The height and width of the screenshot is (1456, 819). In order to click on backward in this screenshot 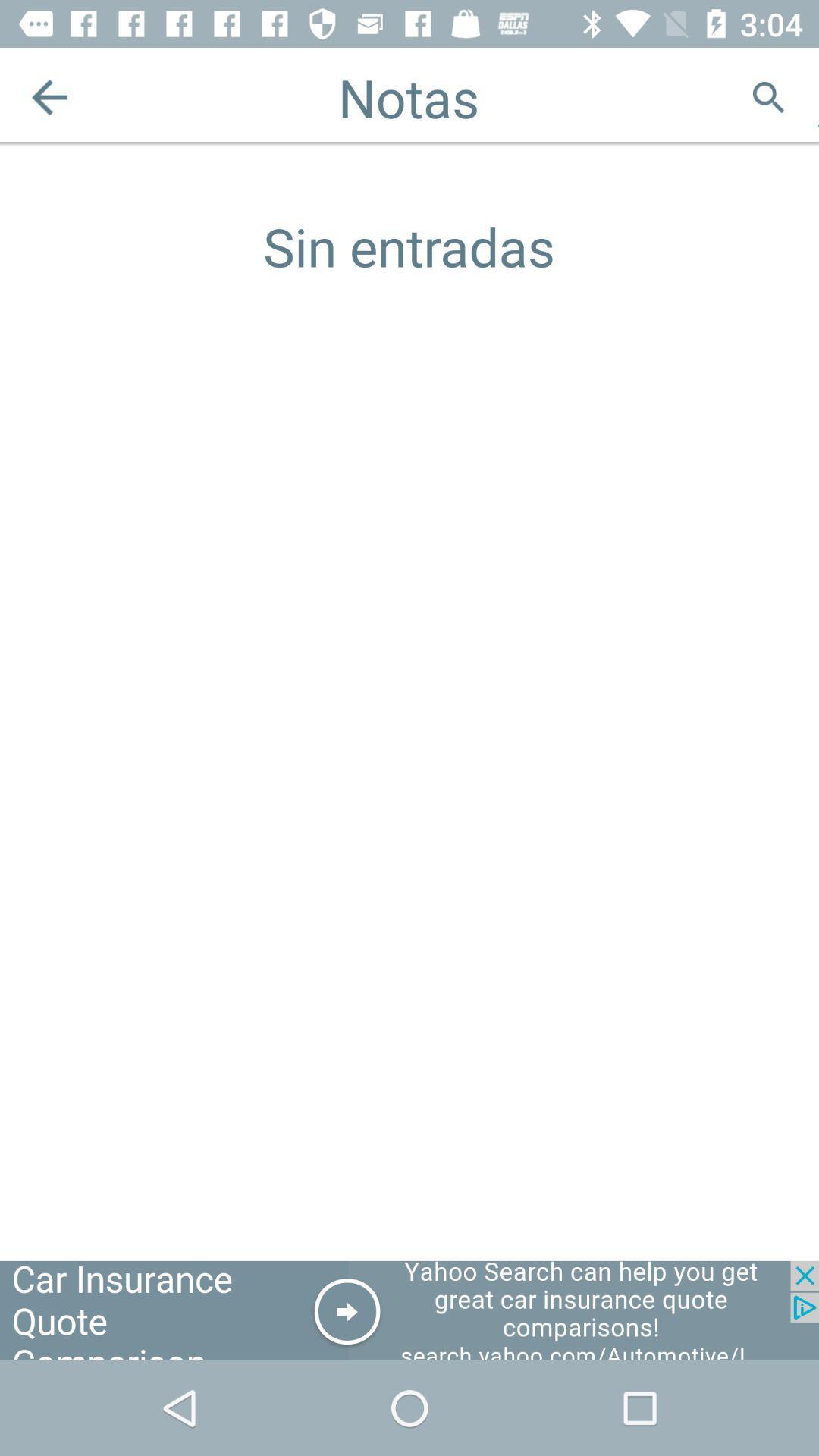, I will do `click(49, 96)`.